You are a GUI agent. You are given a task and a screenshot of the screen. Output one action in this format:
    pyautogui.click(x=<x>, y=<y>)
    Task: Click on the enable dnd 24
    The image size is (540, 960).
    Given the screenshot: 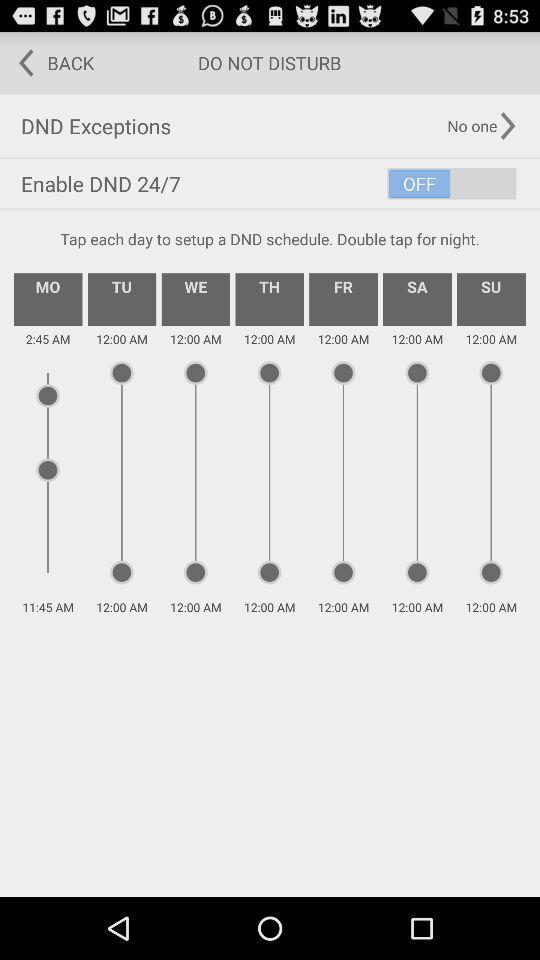 What is the action you would take?
    pyautogui.click(x=270, y=183)
    